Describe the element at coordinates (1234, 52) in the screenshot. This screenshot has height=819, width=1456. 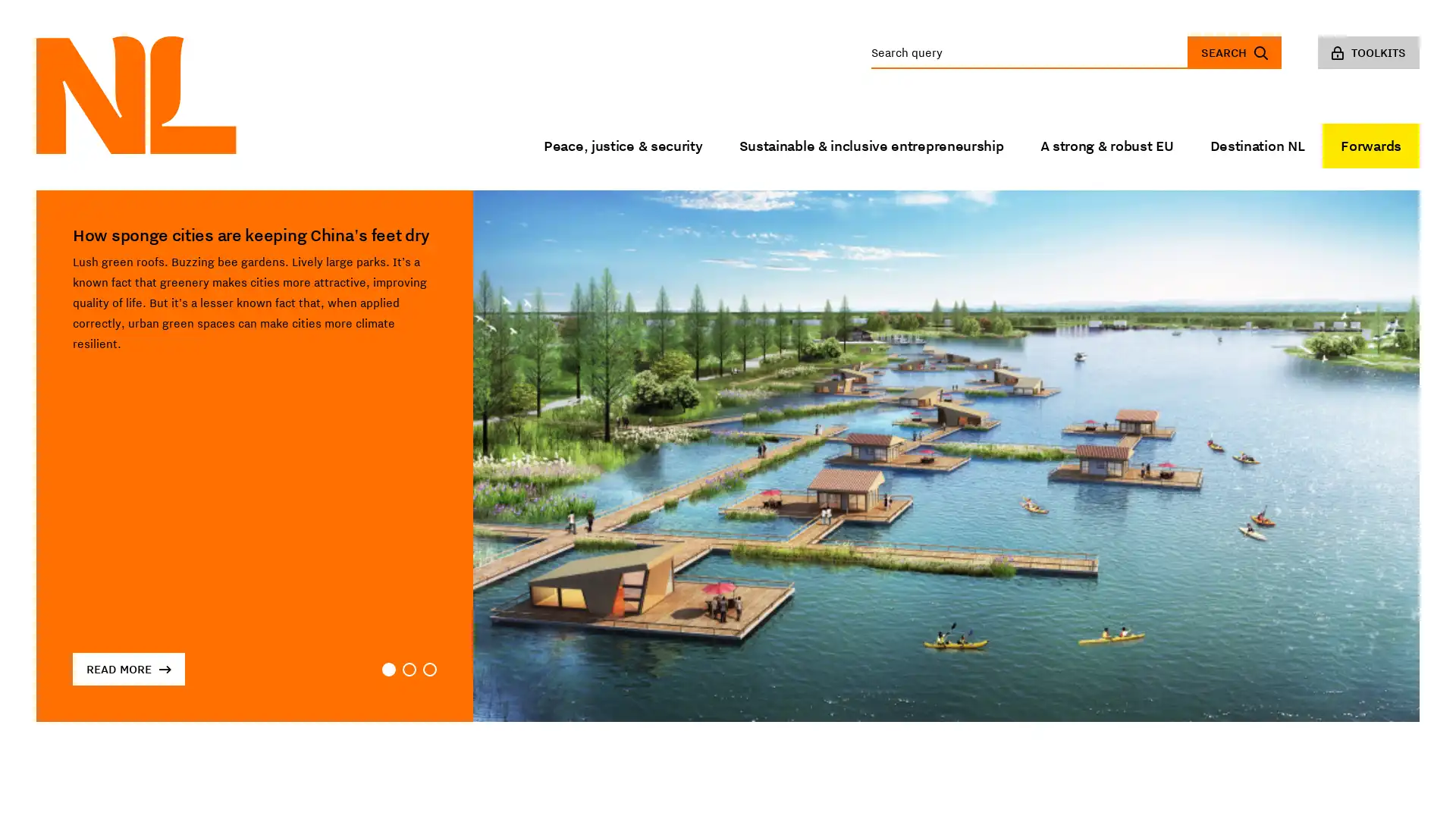
I see `SEARCH` at that location.